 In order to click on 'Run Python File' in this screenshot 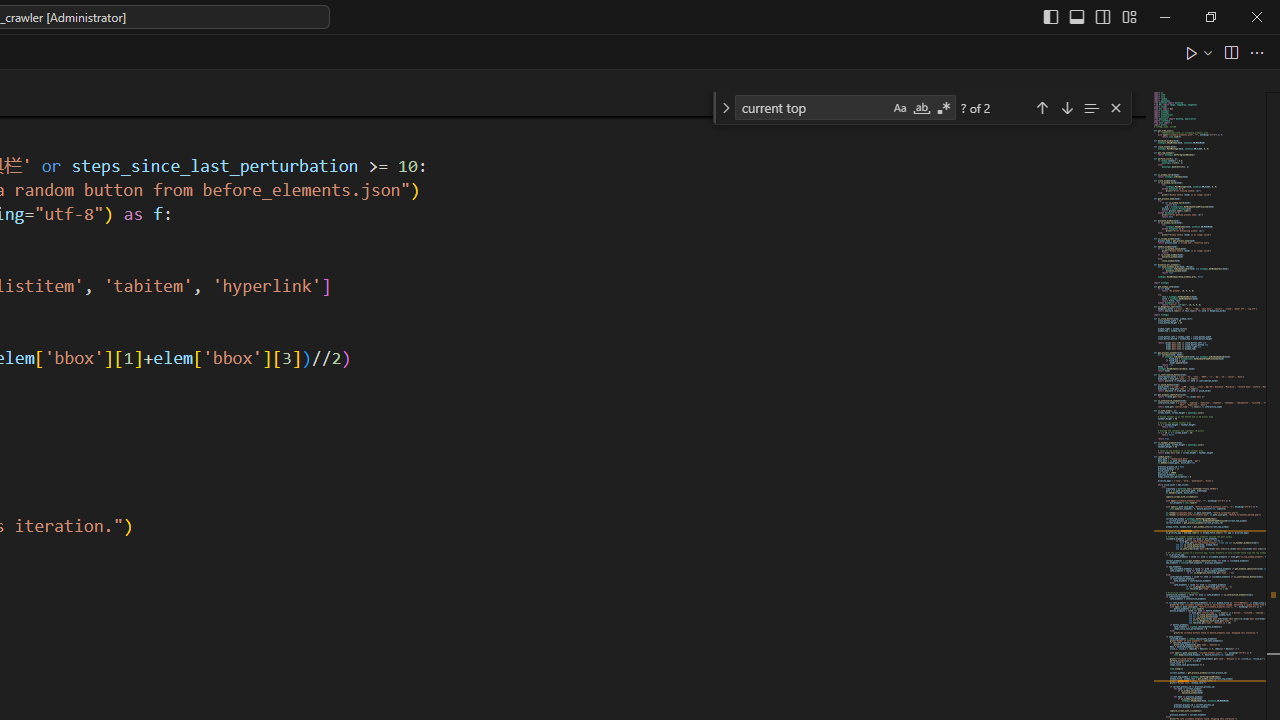, I will do `click(1192, 51)`.